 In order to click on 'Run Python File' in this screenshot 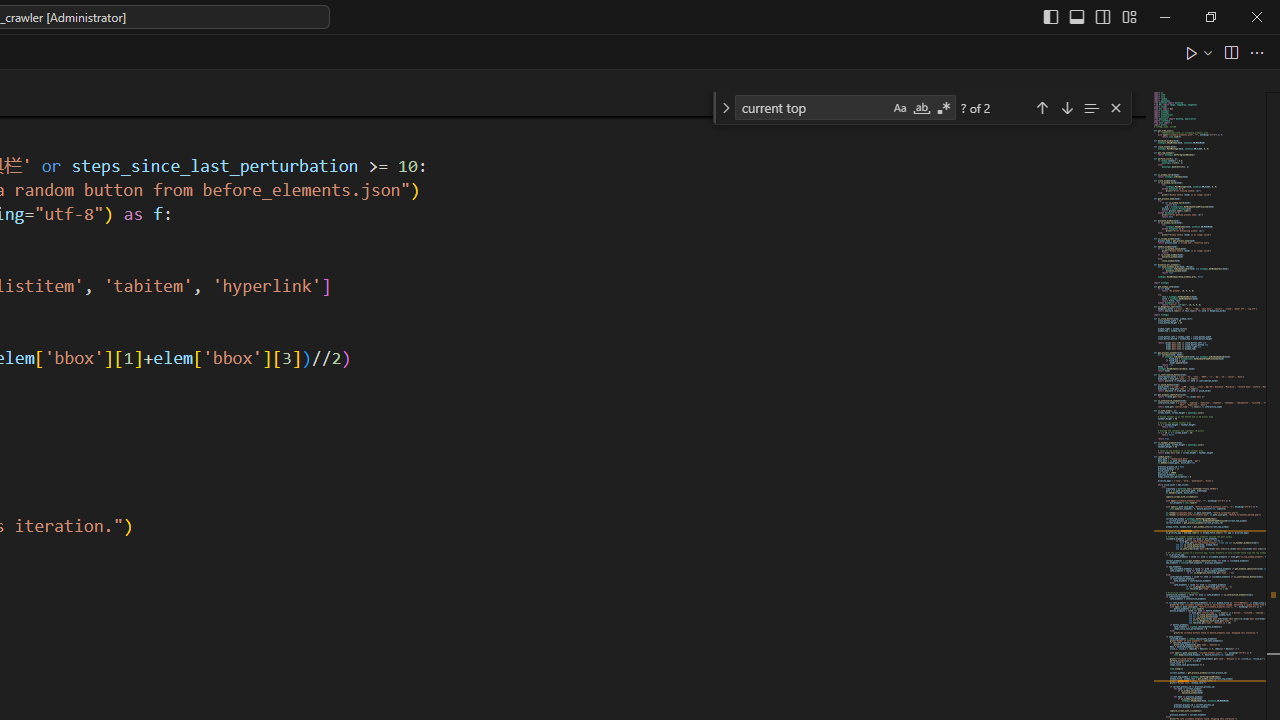, I will do `click(1192, 51)`.